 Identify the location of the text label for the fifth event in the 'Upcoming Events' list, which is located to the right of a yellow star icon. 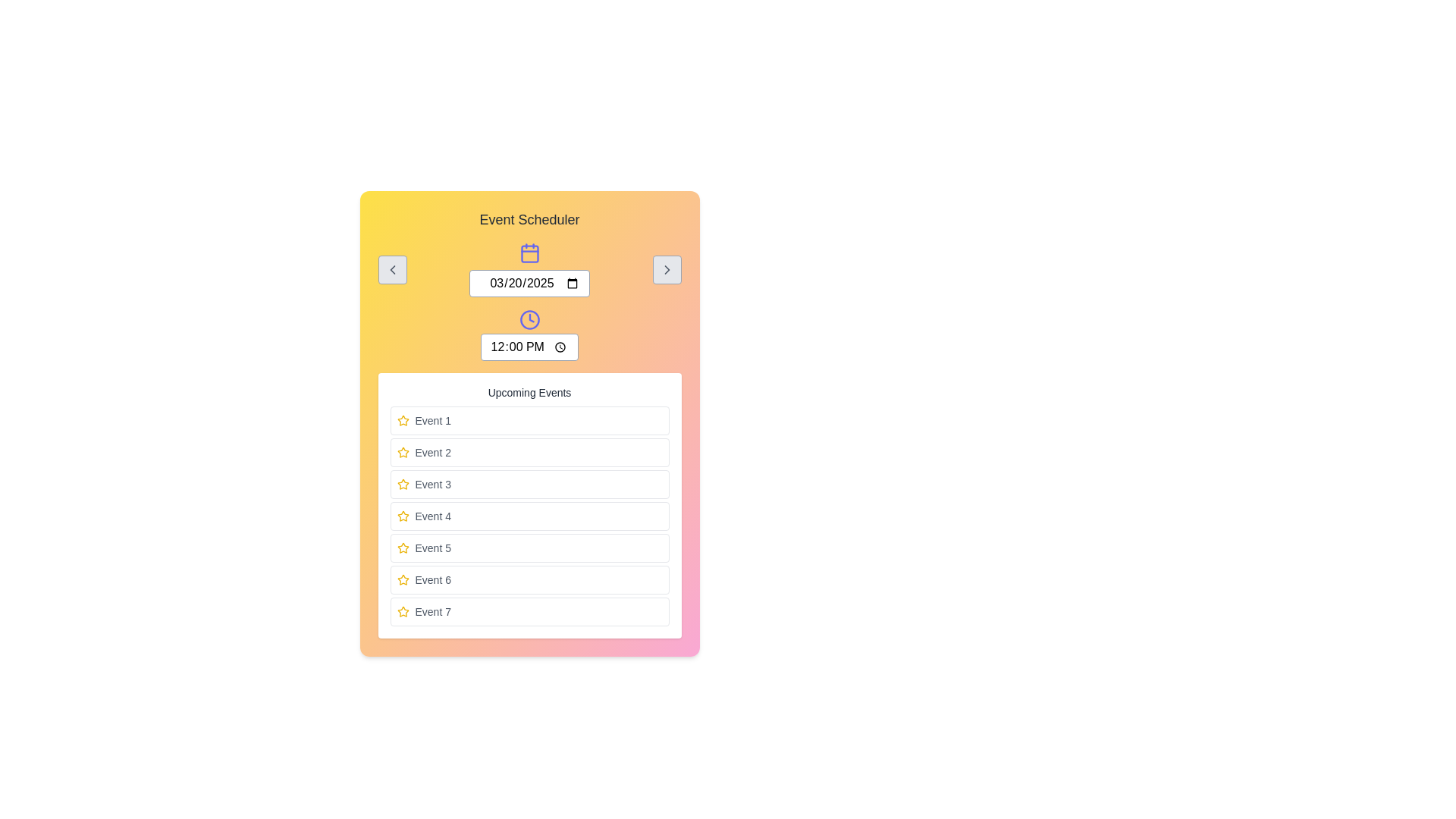
(432, 548).